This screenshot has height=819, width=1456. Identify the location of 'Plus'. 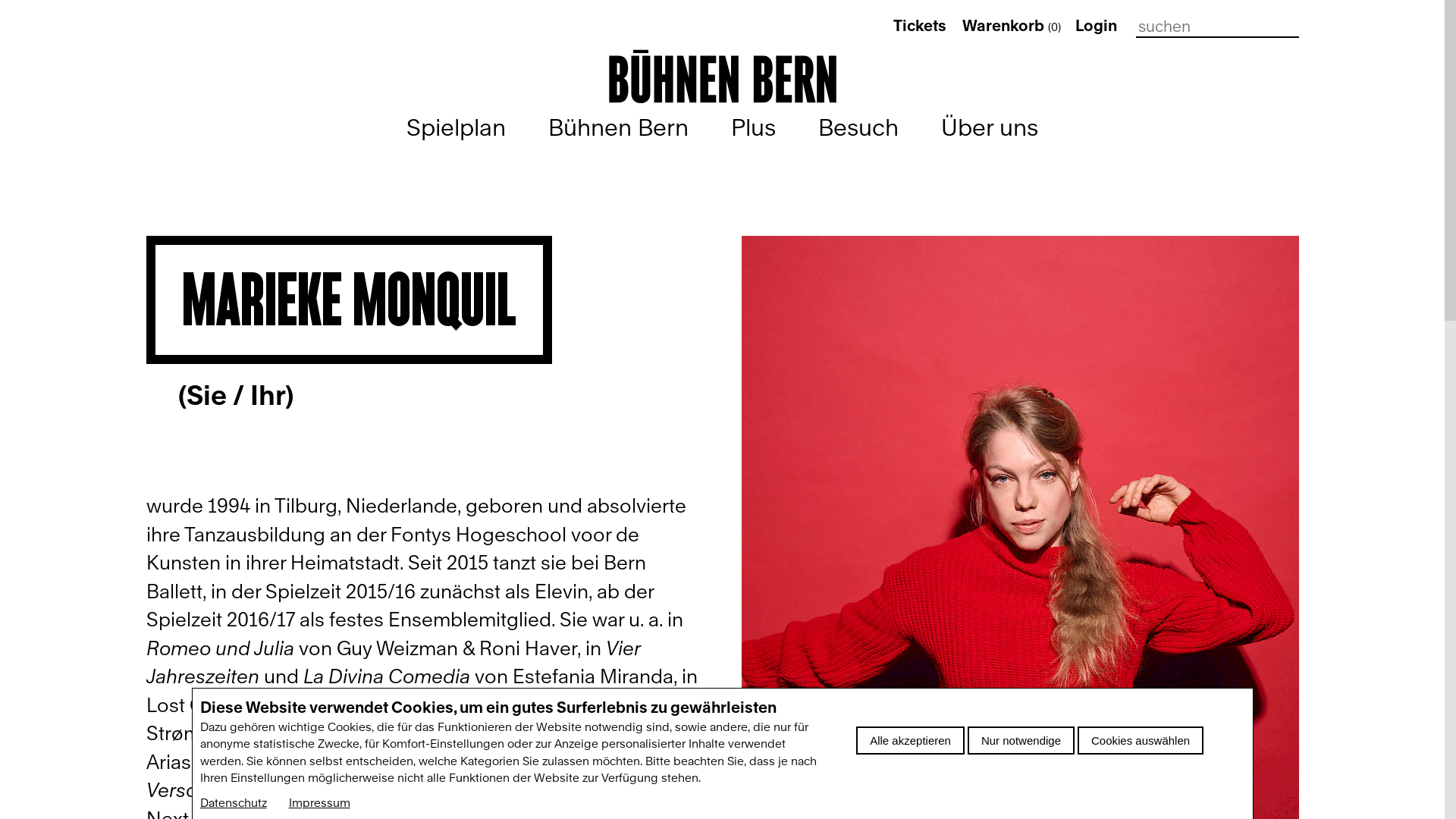
(753, 127).